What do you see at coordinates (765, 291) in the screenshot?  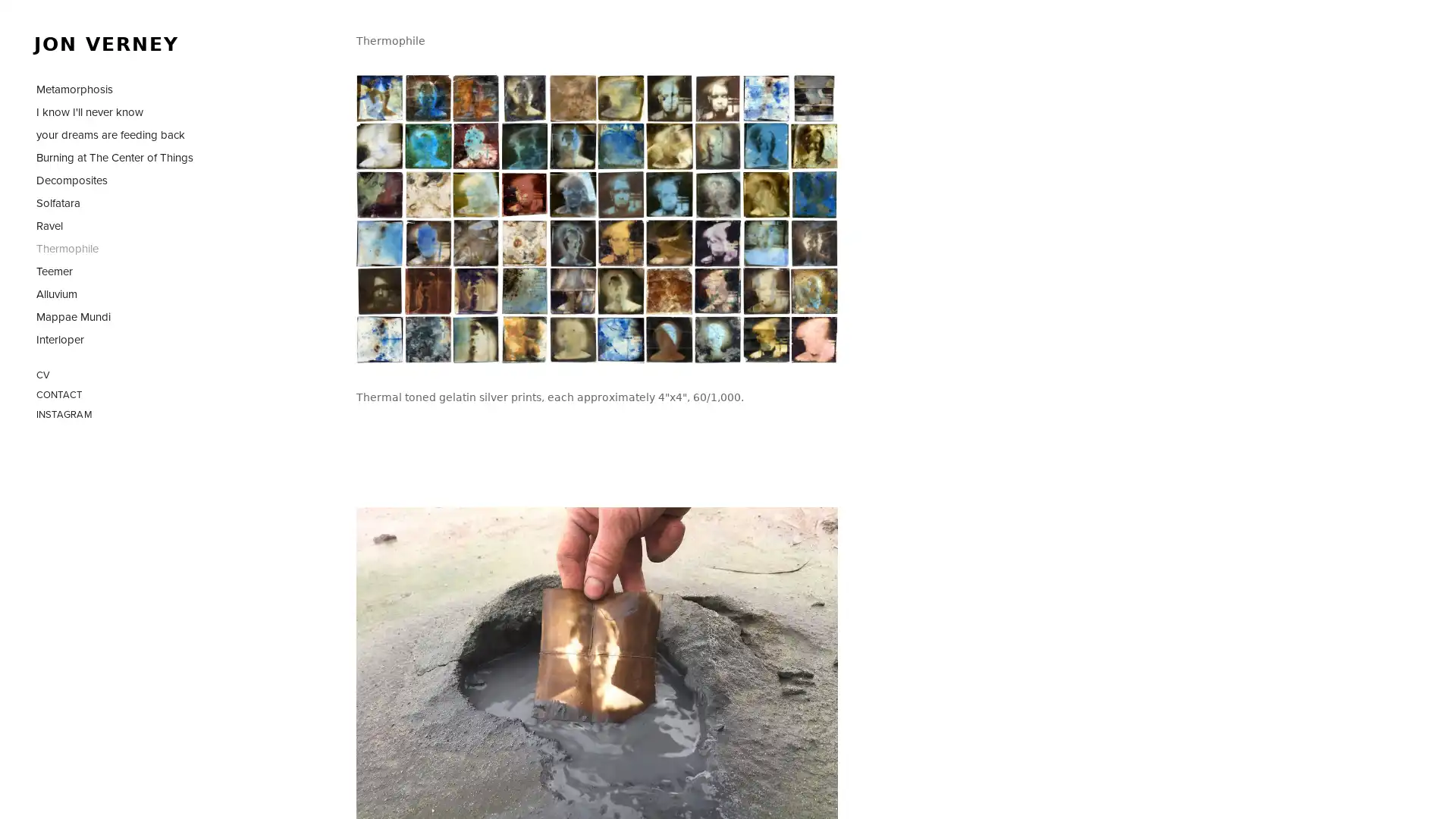 I see `View fullsize jon_verney_thermophile_24.jpg` at bounding box center [765, 291].